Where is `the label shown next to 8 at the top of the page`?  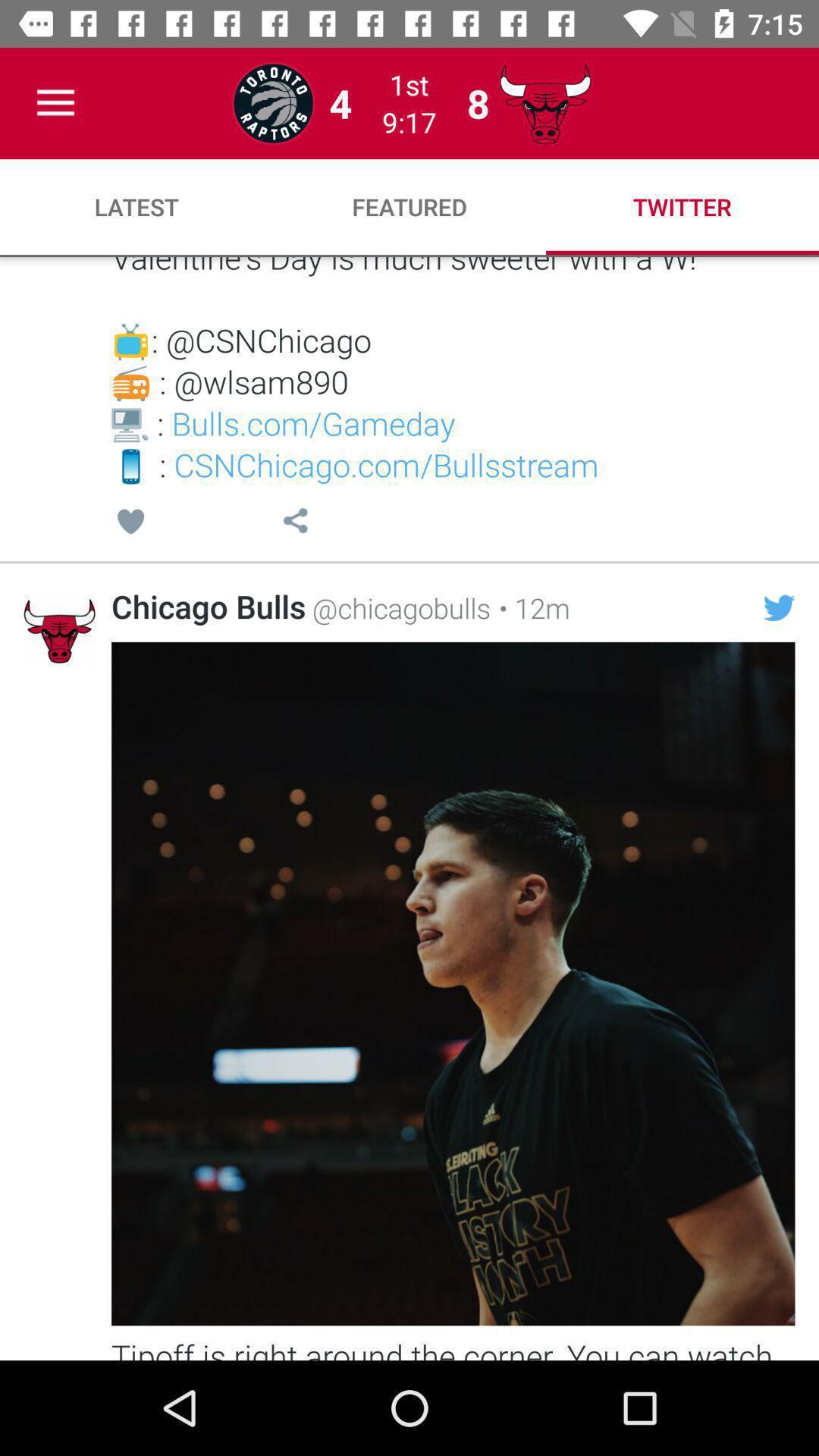
the label shown next to 8 at the top of the page is located at coordinates (544, 102).